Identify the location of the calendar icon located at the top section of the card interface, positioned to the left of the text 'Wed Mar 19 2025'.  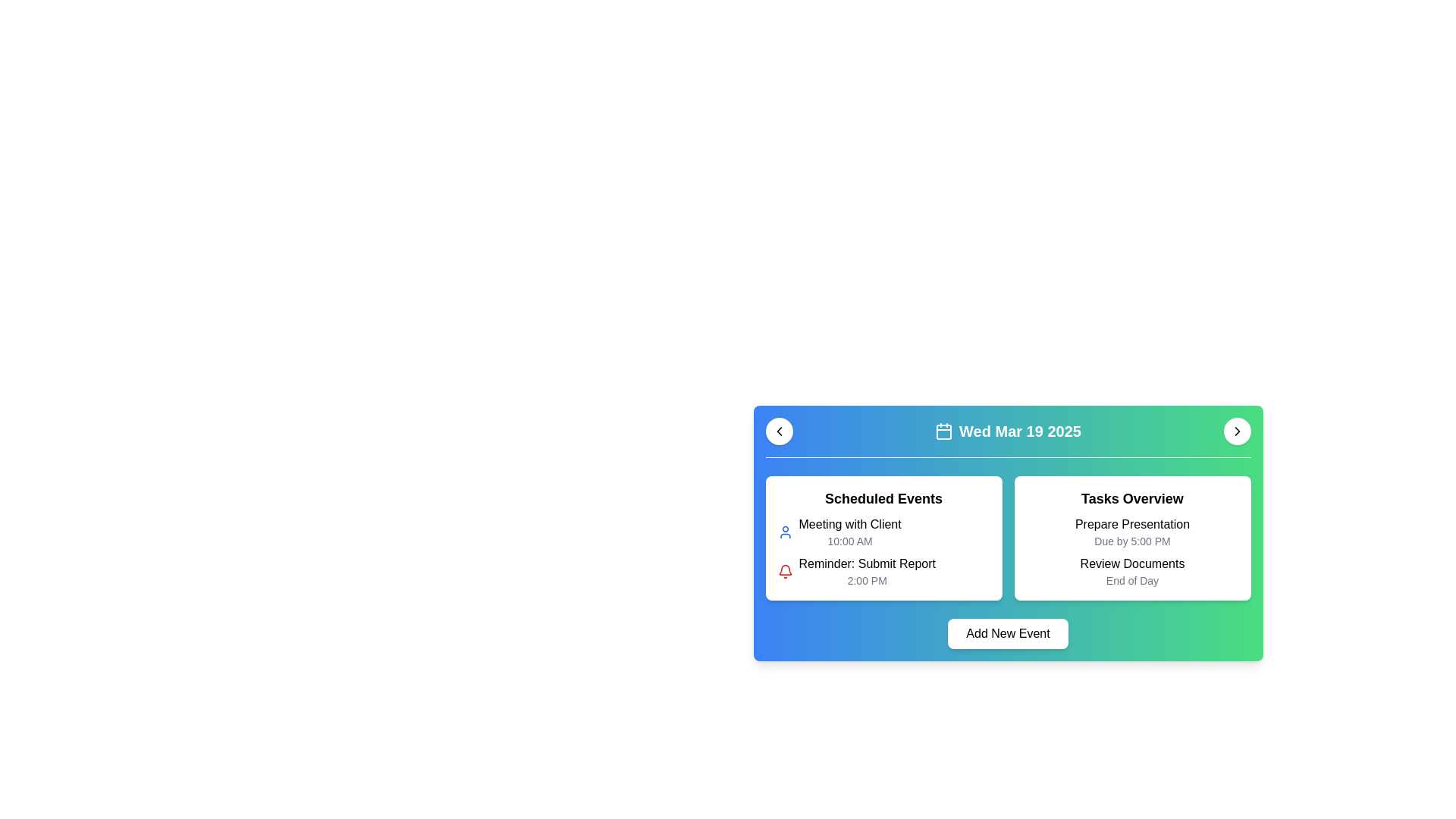
(943, 431).